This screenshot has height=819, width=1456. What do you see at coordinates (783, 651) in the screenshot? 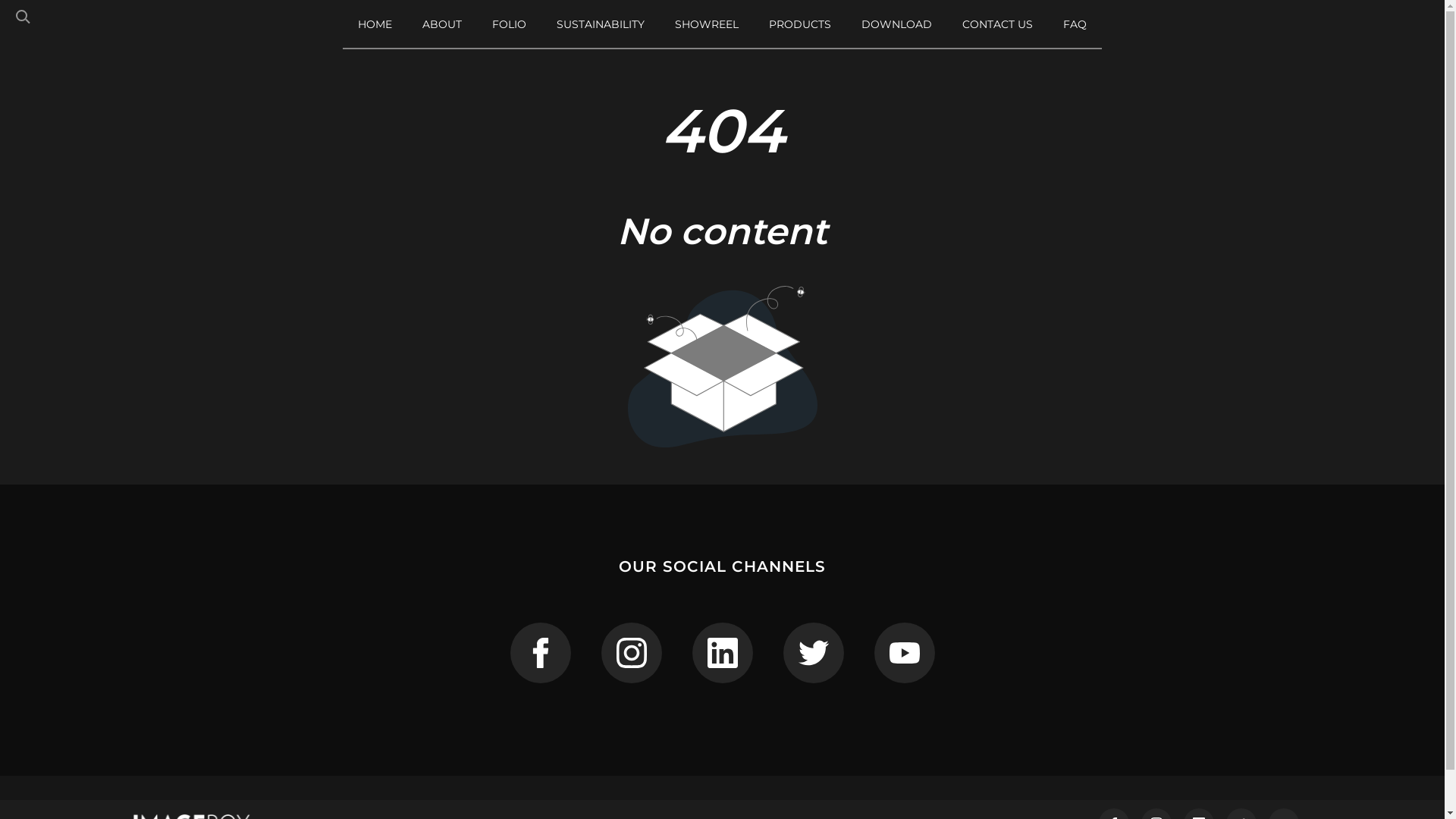
I see `'ImageBox on Twitter'` at bounding box center [783, 651].